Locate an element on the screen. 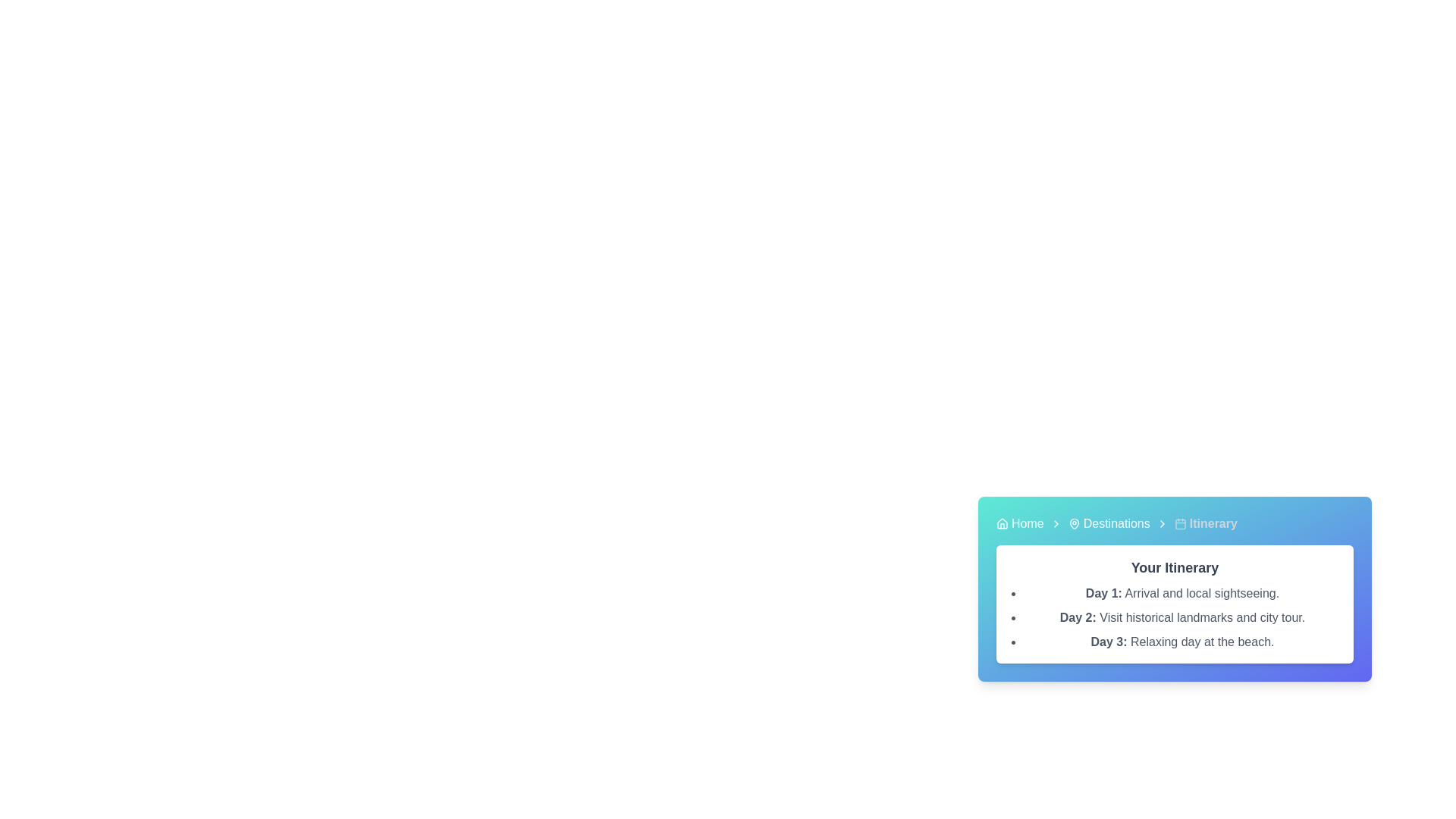 This screenshot has height=819, width=1456. the Text Display that shows 'Day 2: Visit historical landmarks and city tour.' prominently in gray text, which is the second item in the bulleted list under the section titled 'Your Itinerary' is located at coordinates (1181, 617).